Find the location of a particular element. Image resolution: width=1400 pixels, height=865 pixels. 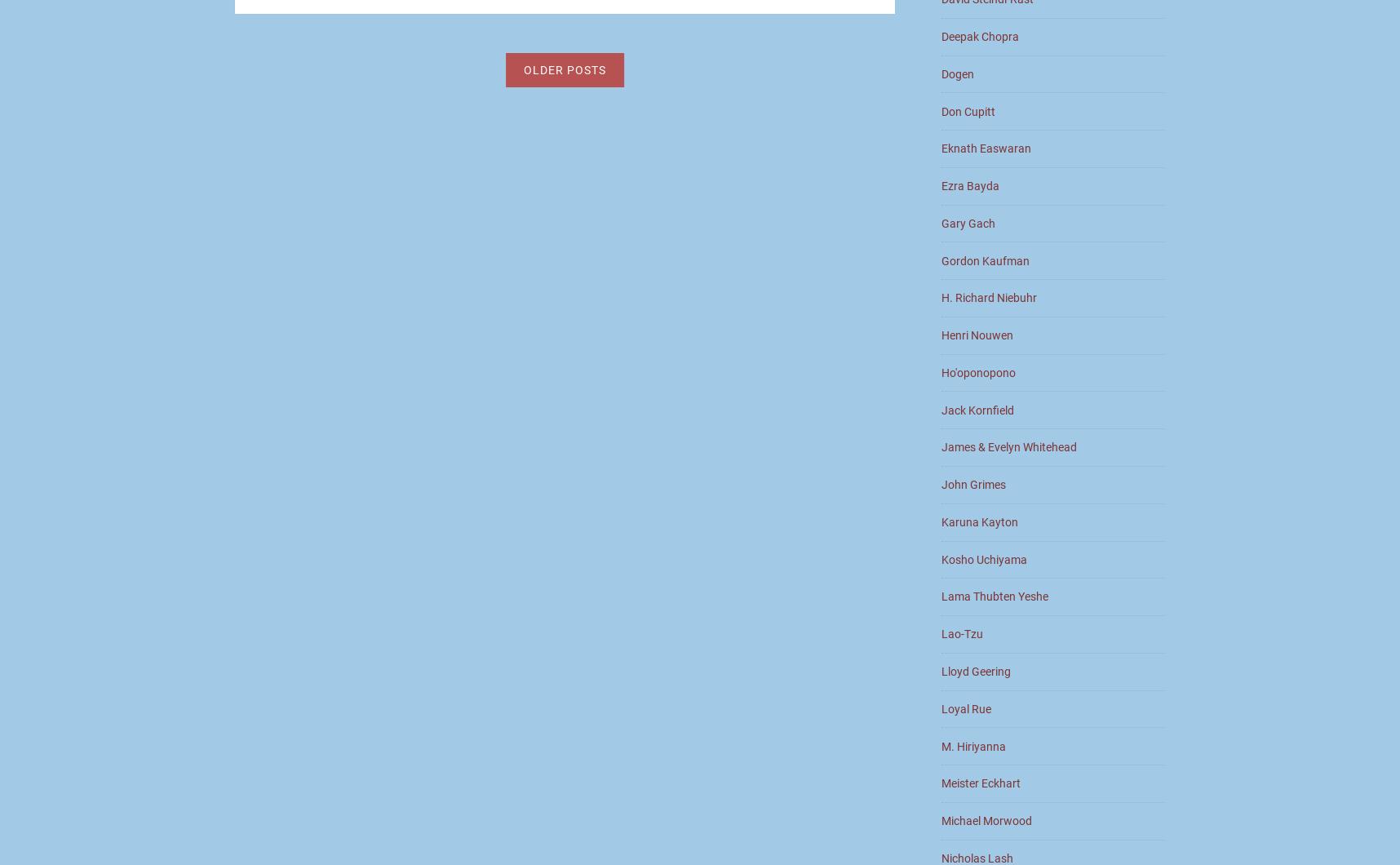

'Karuna Kayton' is located at coordinates (980, 521).